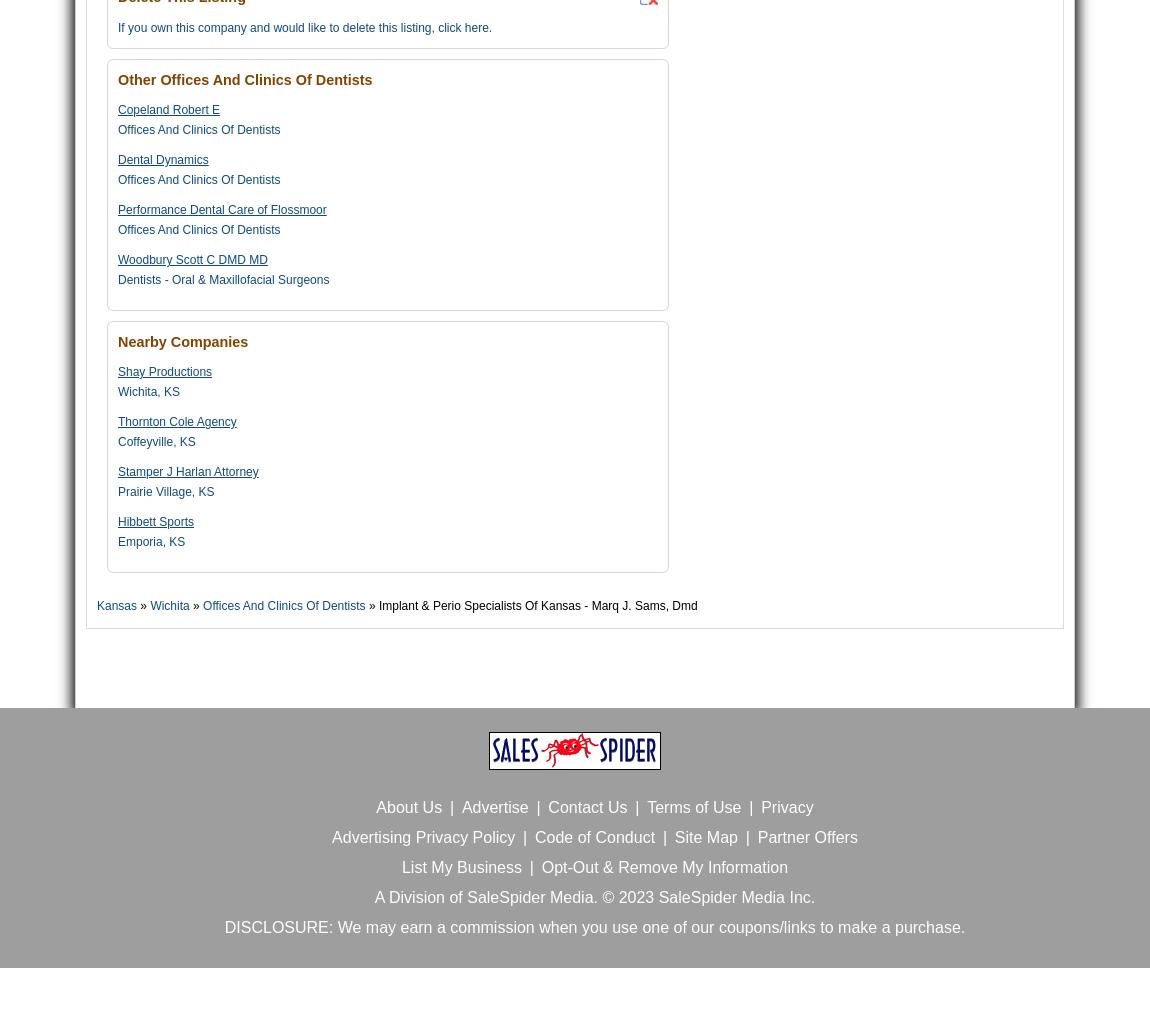 Image resolution: width=1150 pixels, height=1010 pixels. What do you see at coordinates (116, 279) in the screenshot?
I see `'Dentists - Oral & Maxillofacial Surgeons'` at bounding box center [116, 279].